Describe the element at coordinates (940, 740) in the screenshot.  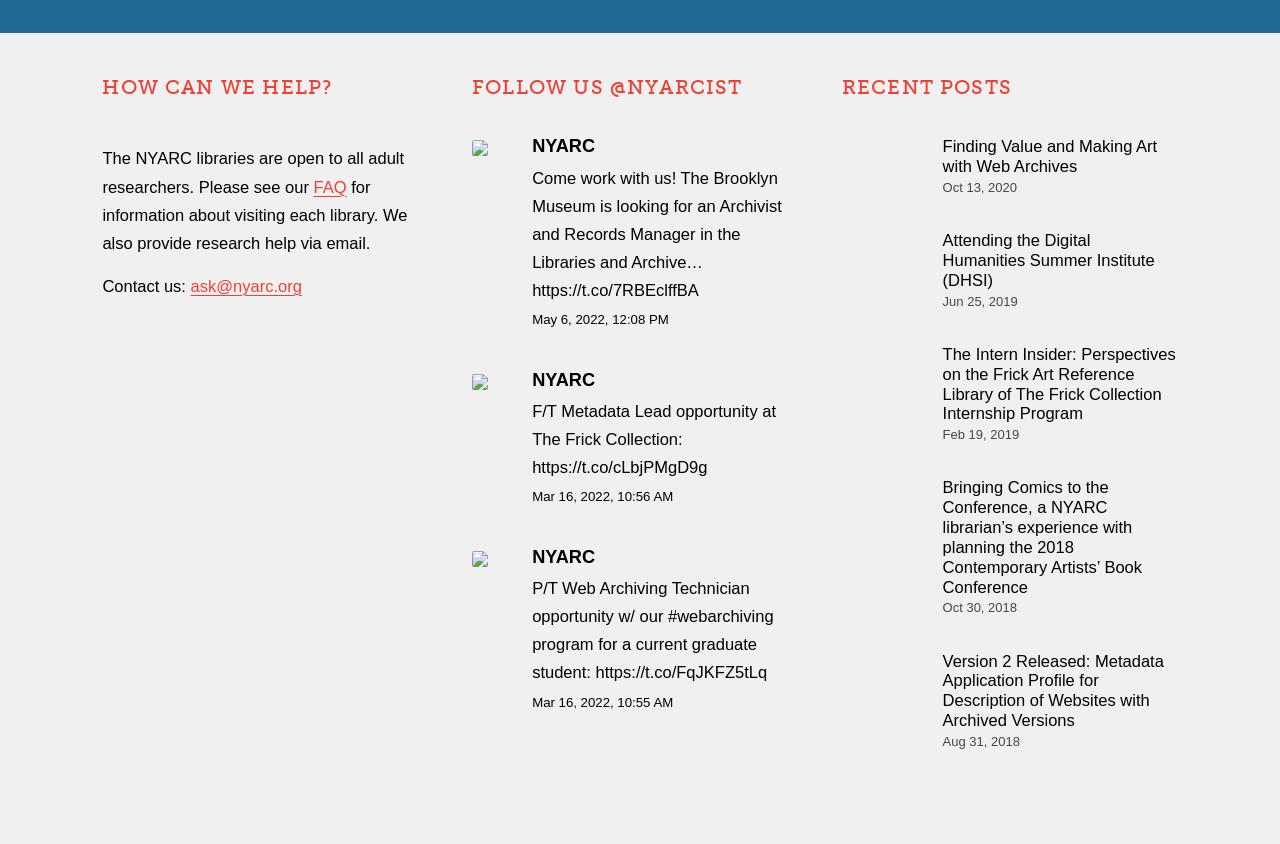
I see `'Aug 31, 2018'` at that location.